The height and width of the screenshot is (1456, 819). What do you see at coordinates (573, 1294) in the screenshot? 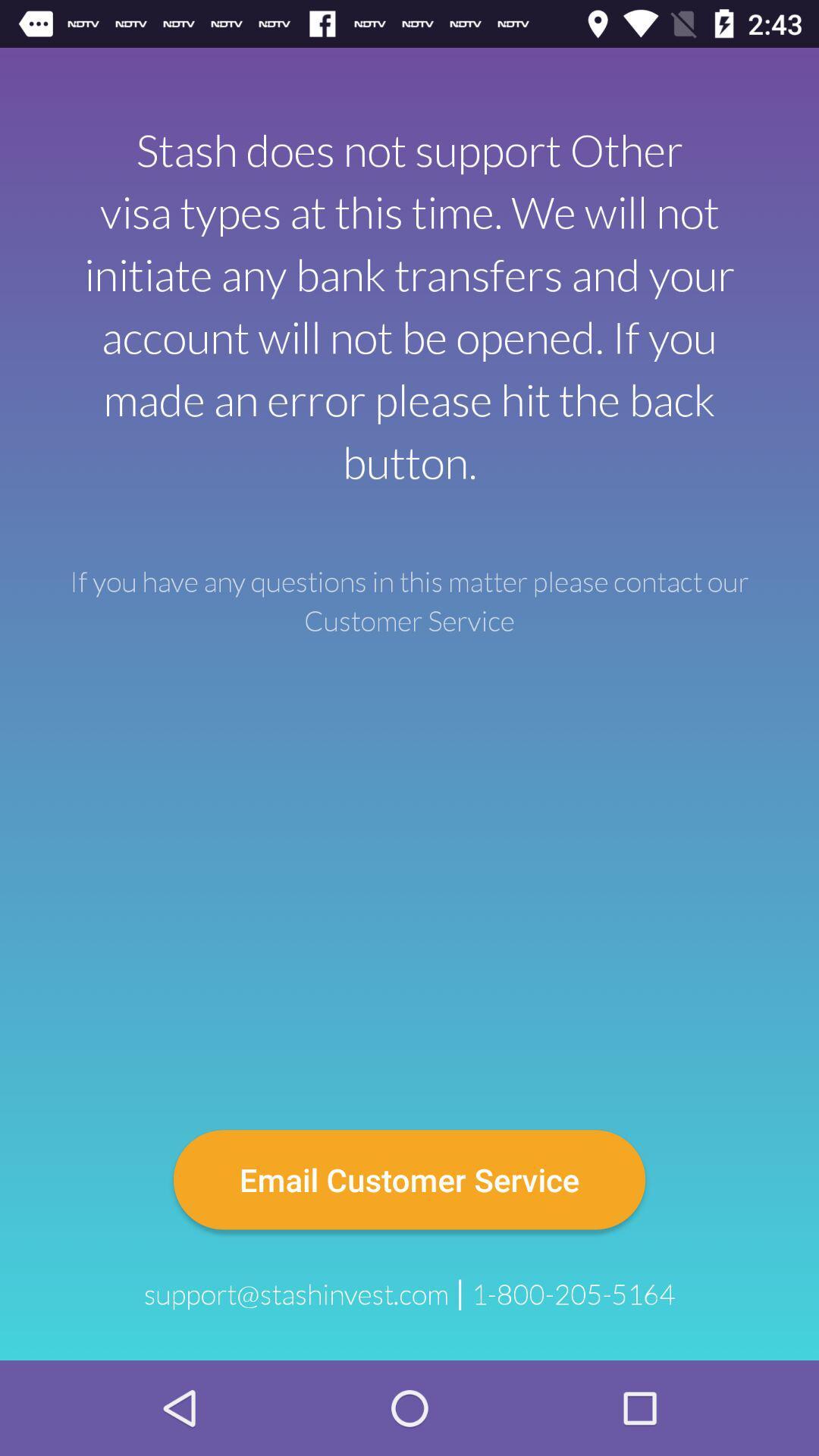
I see `the item below email customer service item` at bounding box center [573, 1294].